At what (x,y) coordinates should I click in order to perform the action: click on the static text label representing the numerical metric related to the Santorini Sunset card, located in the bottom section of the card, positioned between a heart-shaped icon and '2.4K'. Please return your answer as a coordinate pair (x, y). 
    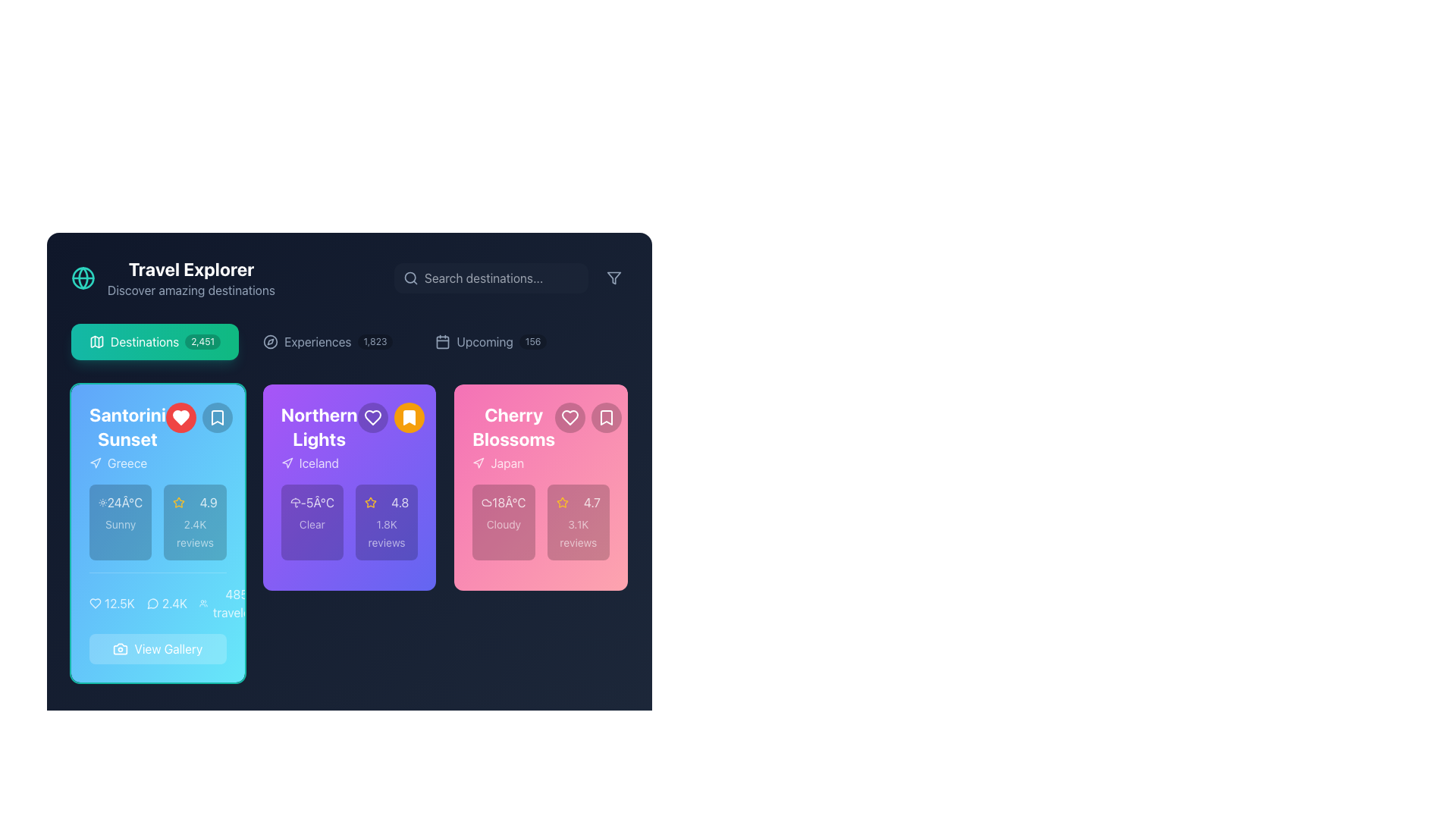
    Looking at the image, I should click on (119, 602).